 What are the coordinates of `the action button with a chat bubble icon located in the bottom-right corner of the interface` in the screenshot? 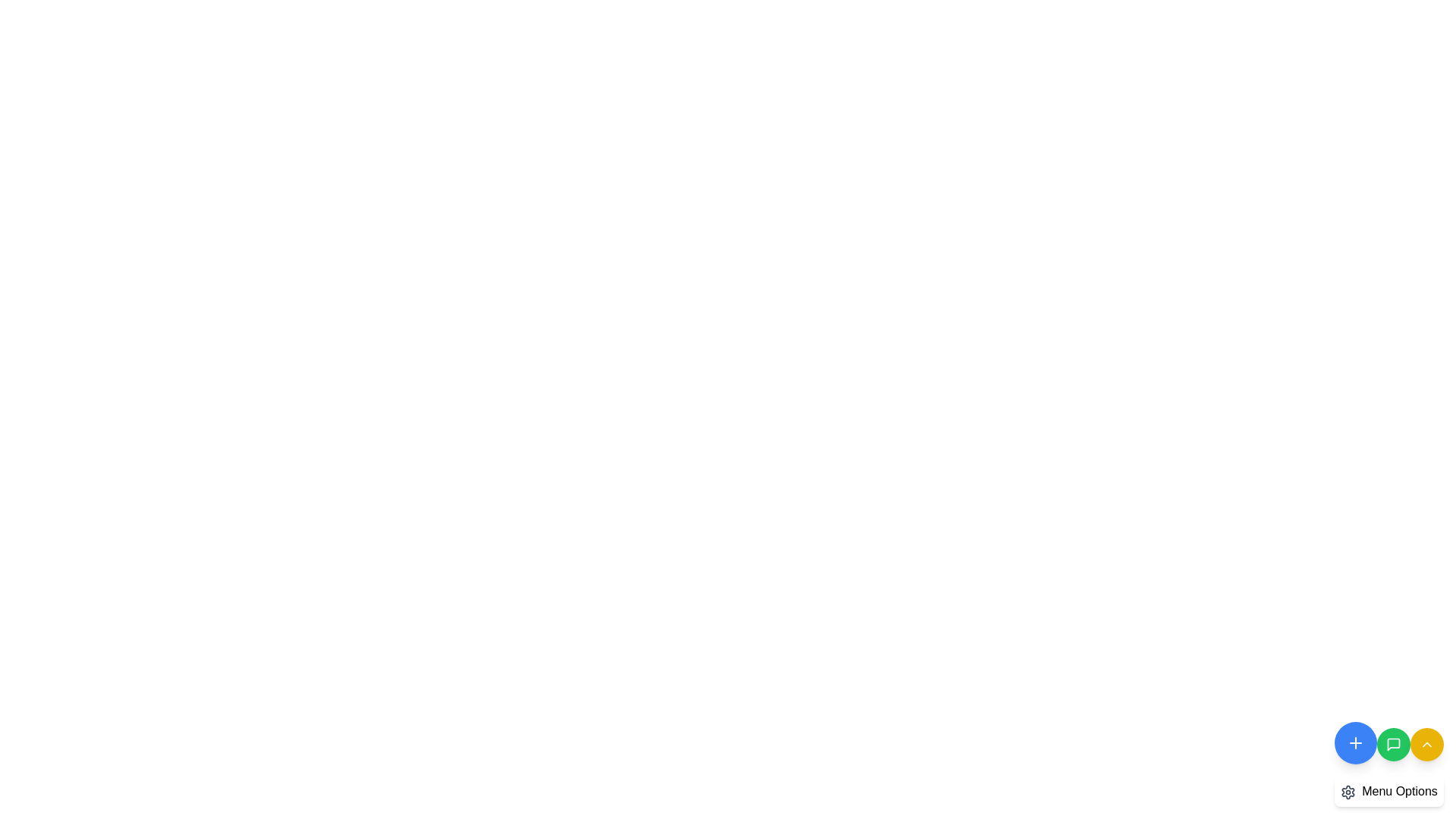 It's located at (1394, 744).